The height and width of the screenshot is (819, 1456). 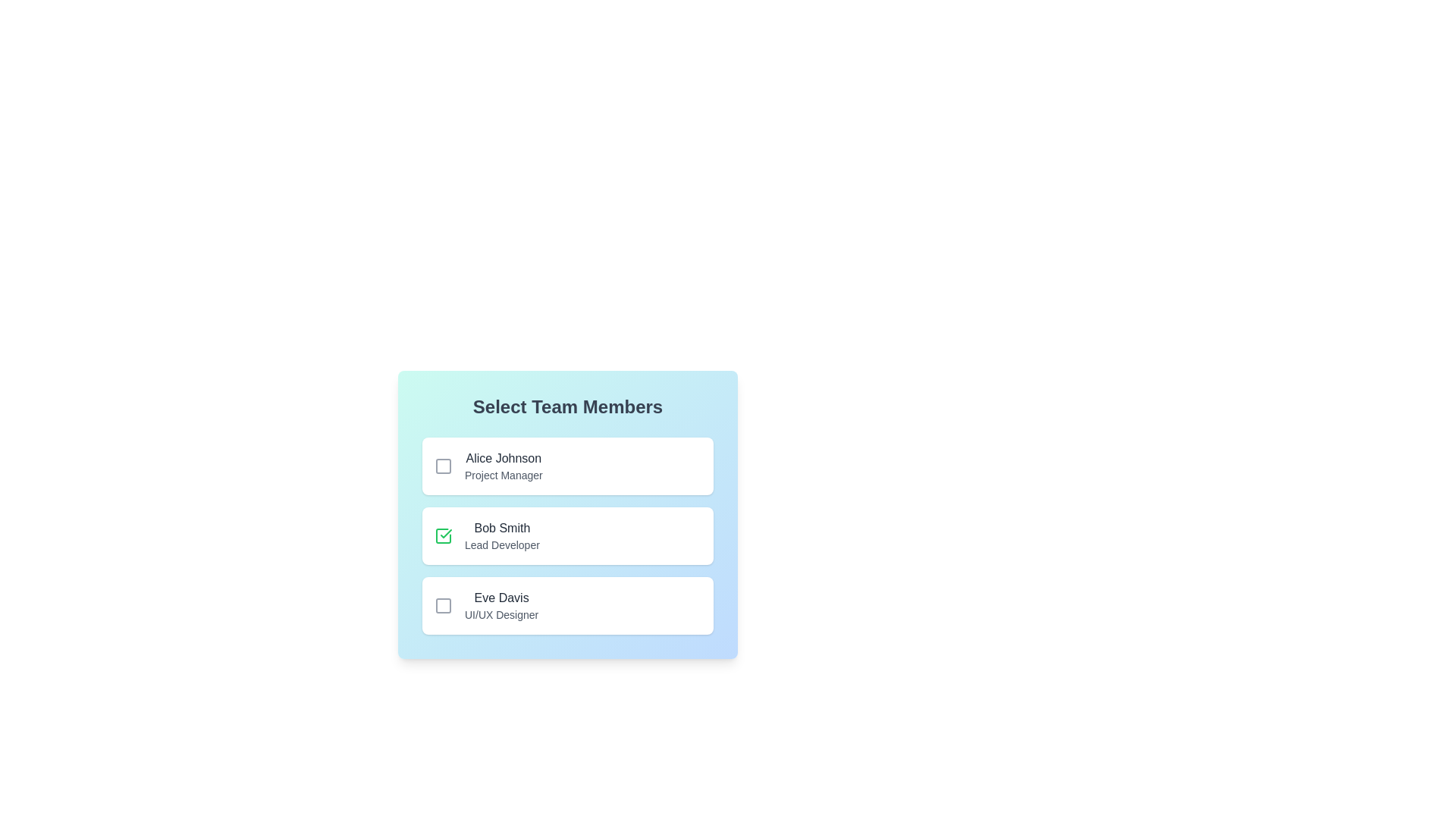 I want to click on text label displaying 'Lead Developer' located beneath 'Bob Smith' in the 'Select Team Members' interface, so click(x=502, y=544).